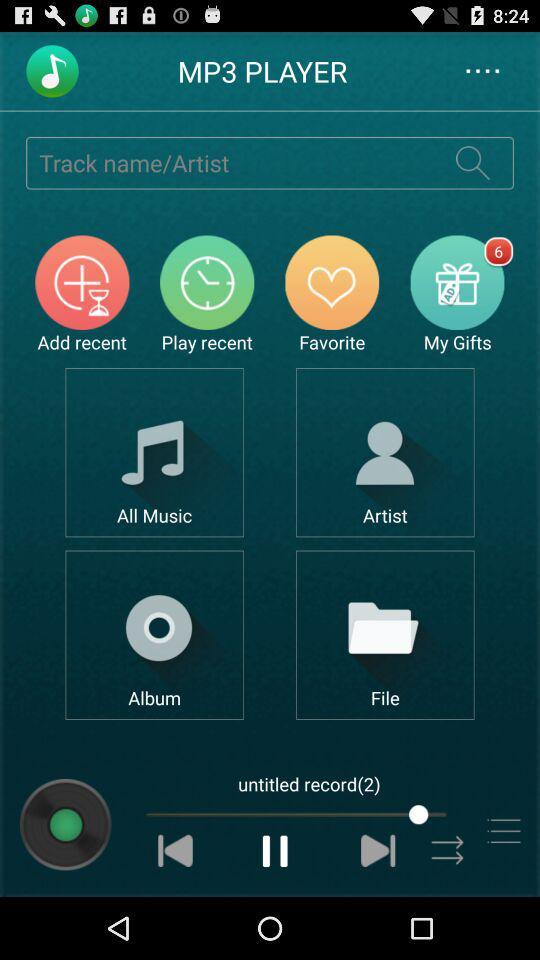 The height and width of the screenshot is (960, 540). What do you see at coordinates (378, 849) in the screenshot?
I see `skip to next` at bounding box center [378, 849].